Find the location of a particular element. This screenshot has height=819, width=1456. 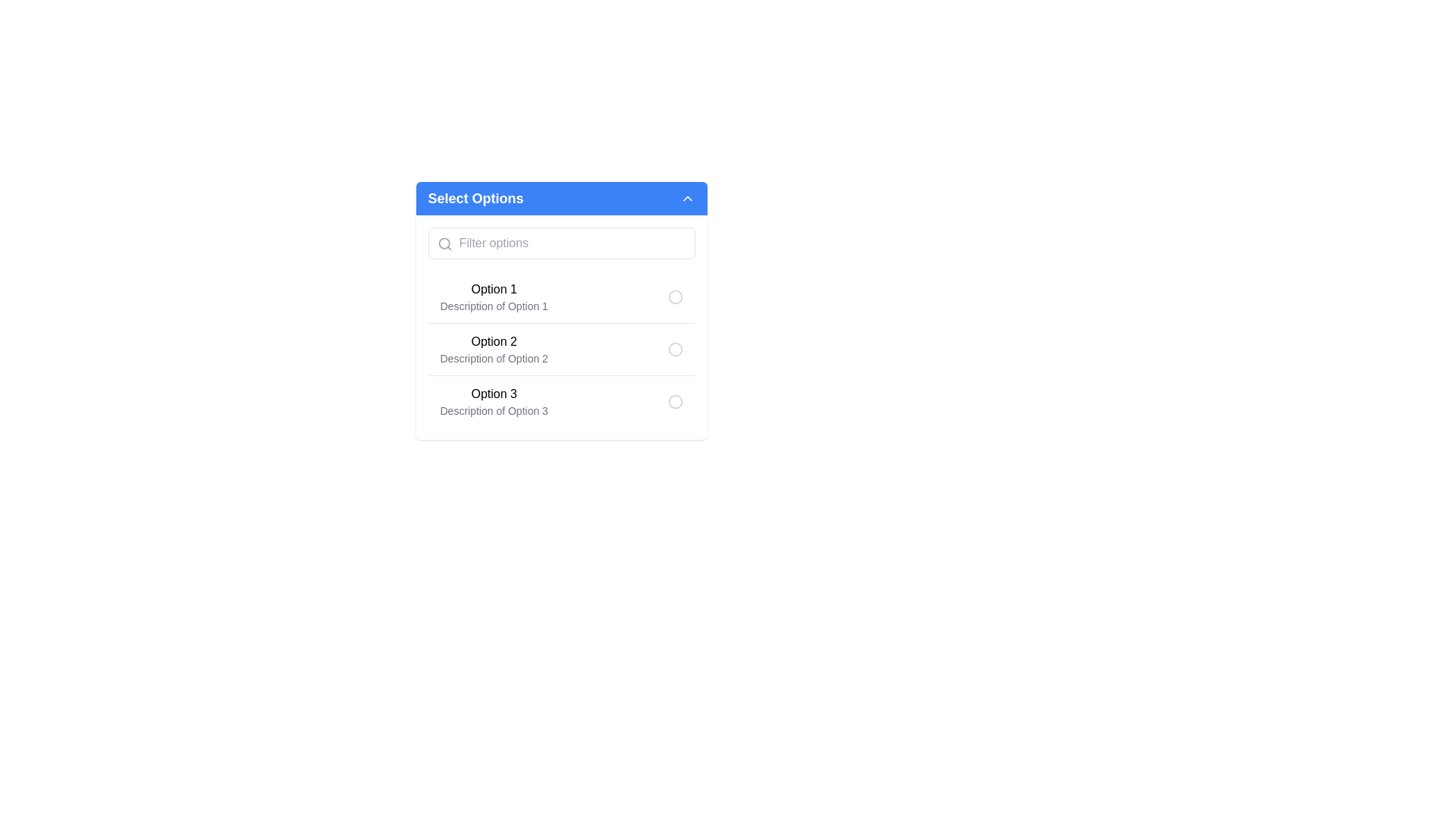

the first list item labeled 'Option 1' is located at coordinates (560, 306).